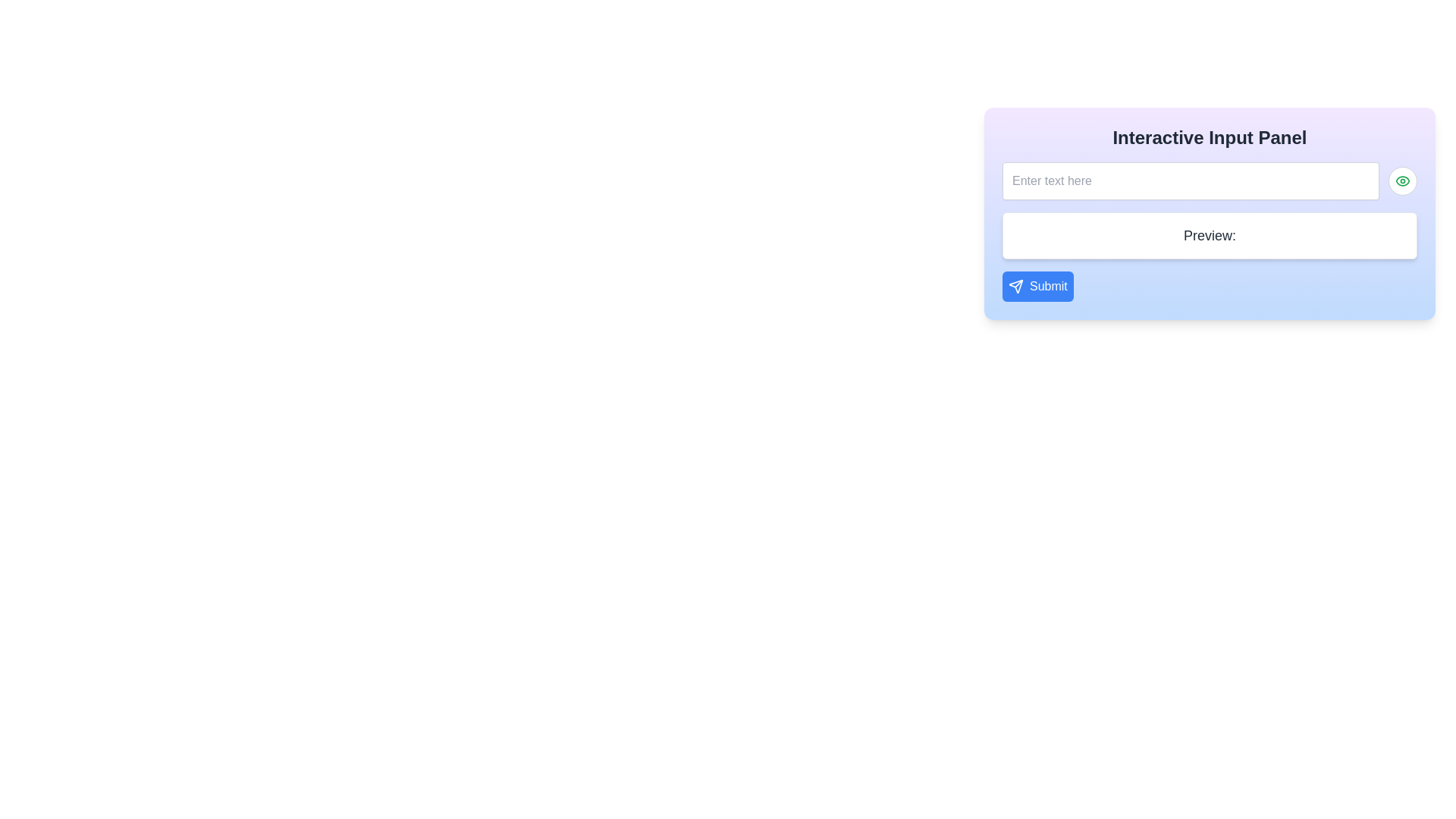 The height and width of the screenshot is (819, 1456). Describe the element at coordinates (1037, 287) in the screenshot. I see `the 'Submit' button with a blue background and white text, located in the 'Interactive Input Panel' at the bottom-left corner` at that location.